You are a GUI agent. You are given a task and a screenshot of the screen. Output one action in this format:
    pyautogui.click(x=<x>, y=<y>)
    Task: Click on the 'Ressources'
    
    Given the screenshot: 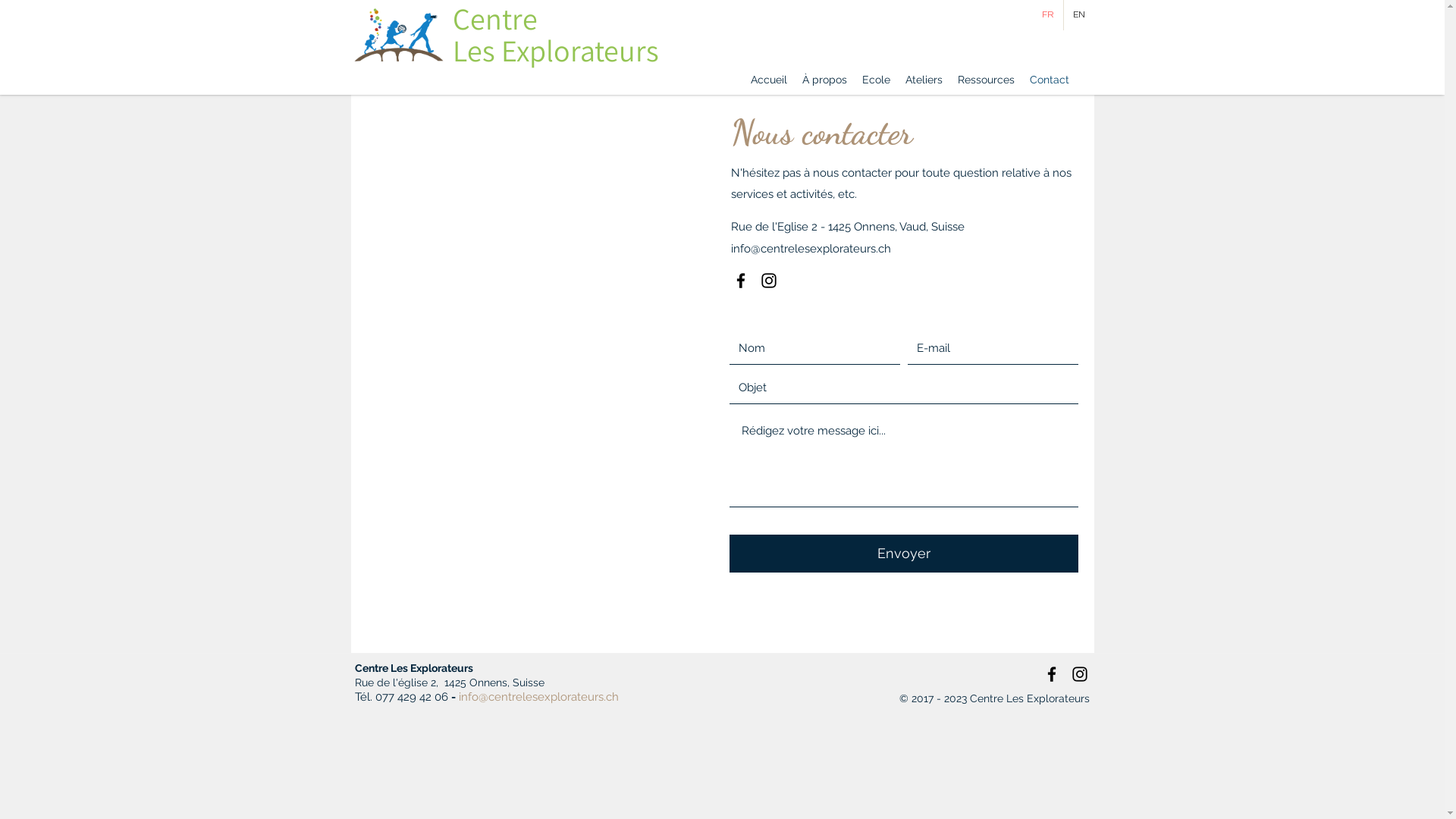 What is the action you would take?
    pyautogui.click(x=949, y=79)
    